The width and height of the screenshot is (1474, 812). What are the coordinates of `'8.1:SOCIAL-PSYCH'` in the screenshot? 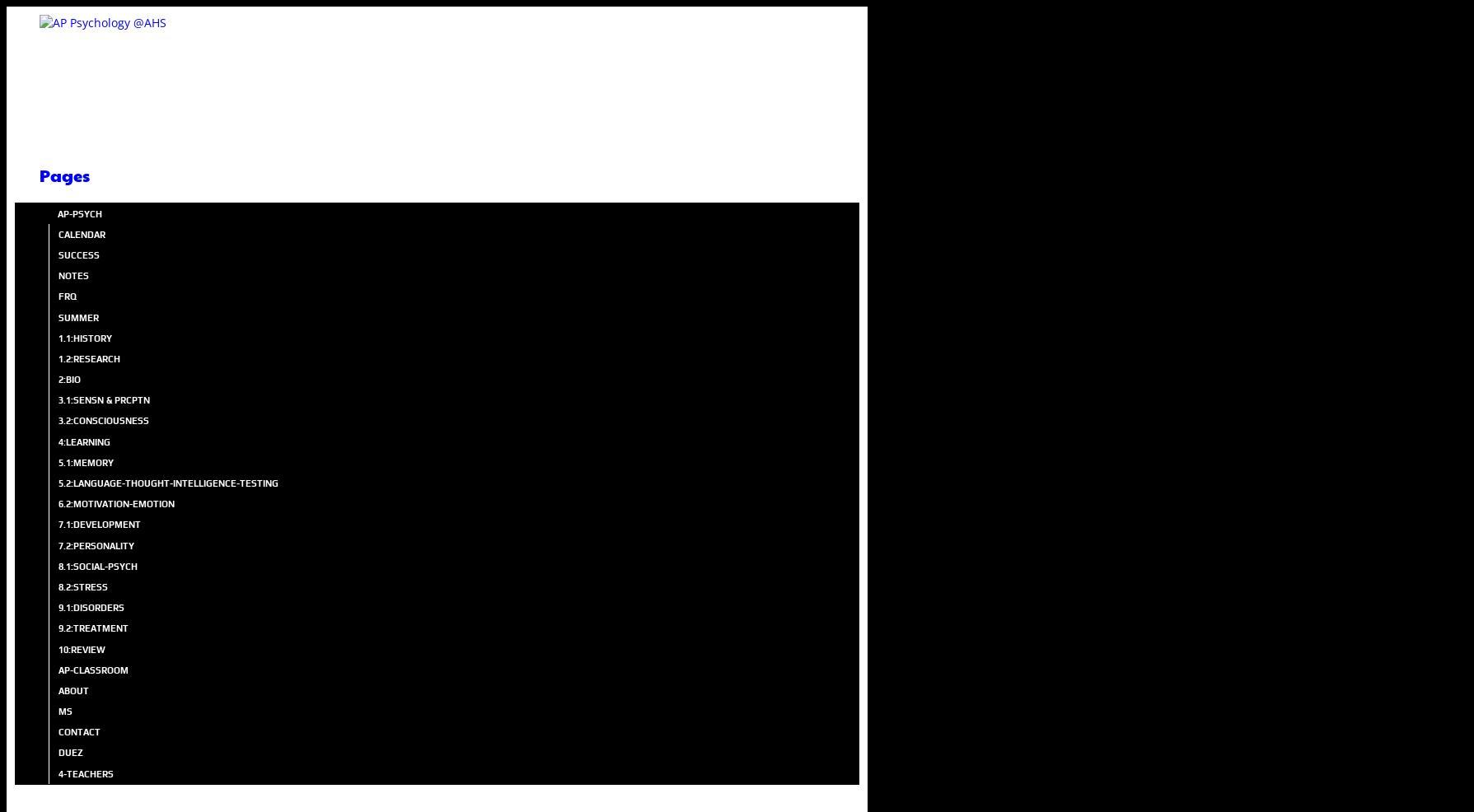 It's located at (97, 565).